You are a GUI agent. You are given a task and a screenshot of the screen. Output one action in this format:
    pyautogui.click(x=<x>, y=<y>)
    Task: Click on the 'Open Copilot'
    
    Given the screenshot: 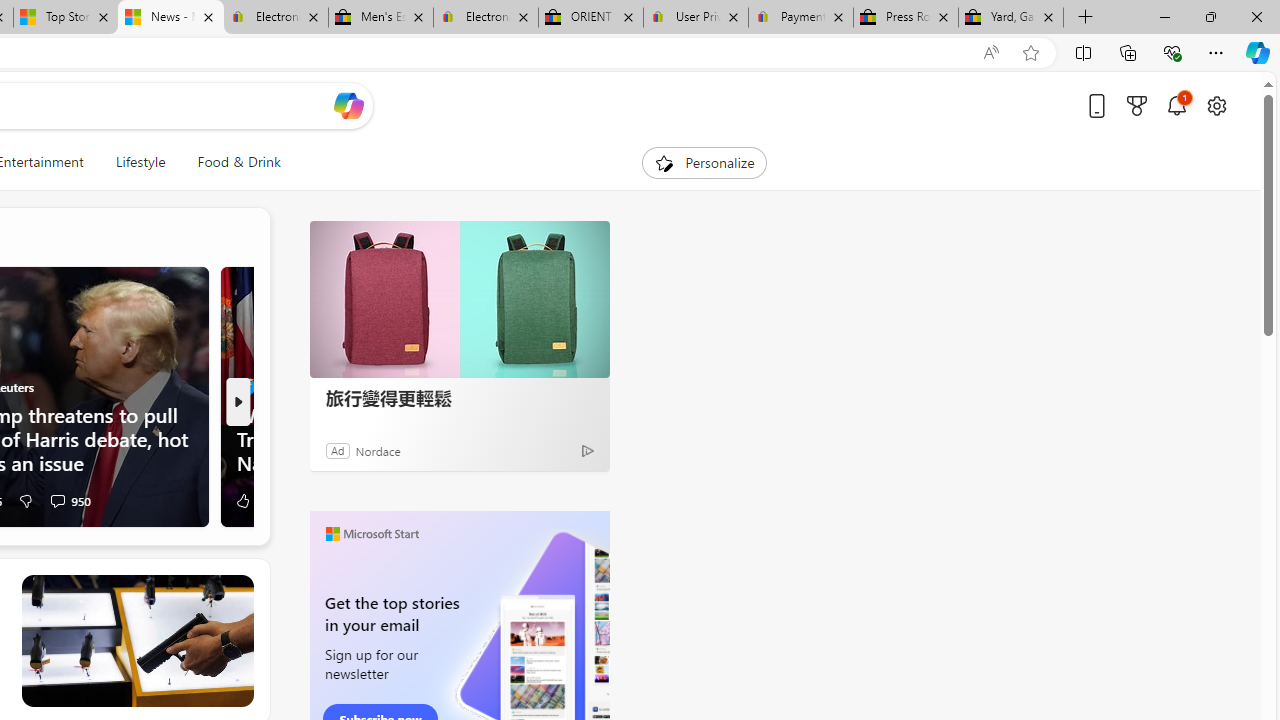 What is the action you would take?
    pyautogui.click(x=348, y=105)
    